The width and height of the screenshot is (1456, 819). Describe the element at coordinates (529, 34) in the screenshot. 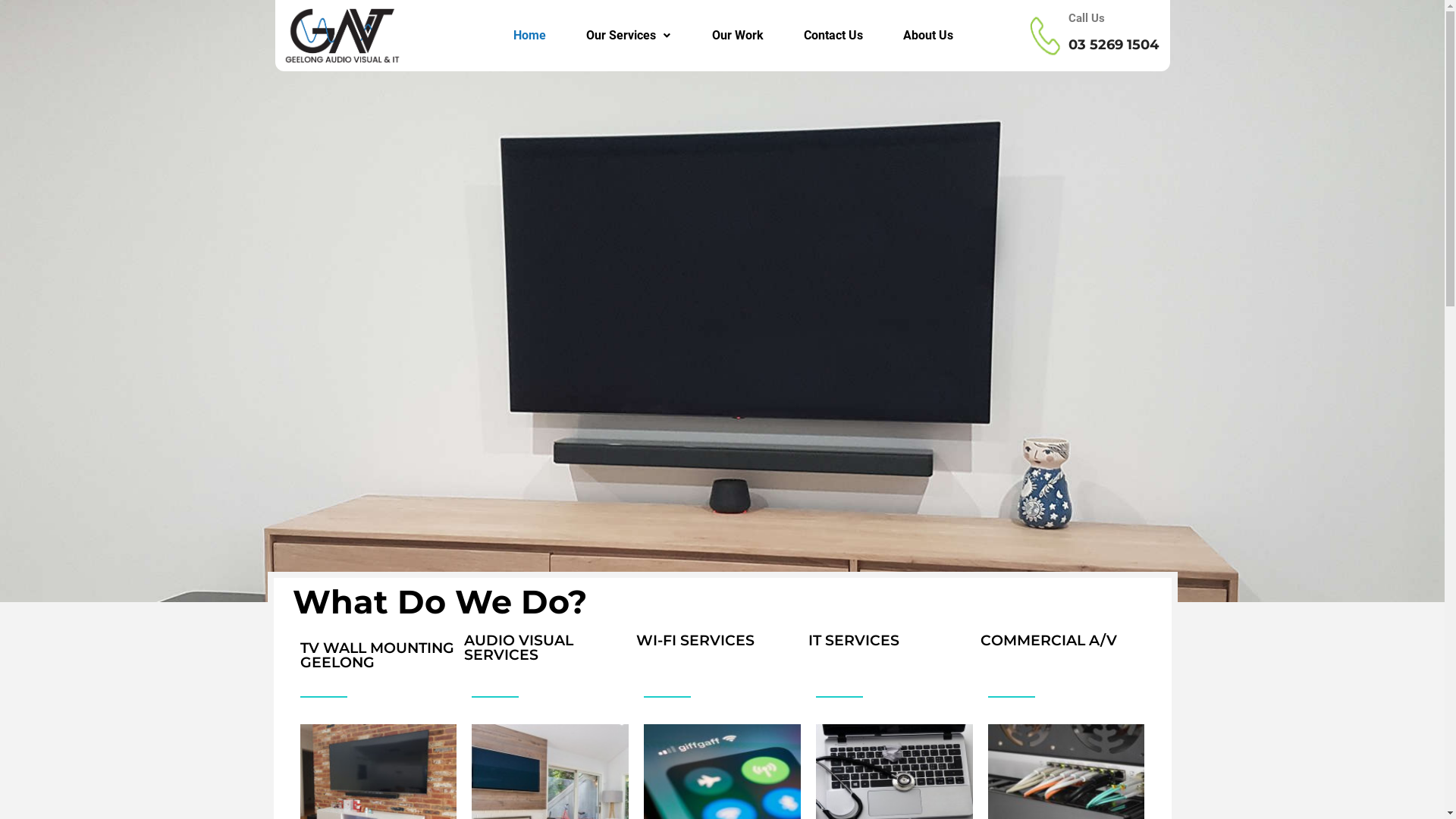

I see `'Home'` at that location.